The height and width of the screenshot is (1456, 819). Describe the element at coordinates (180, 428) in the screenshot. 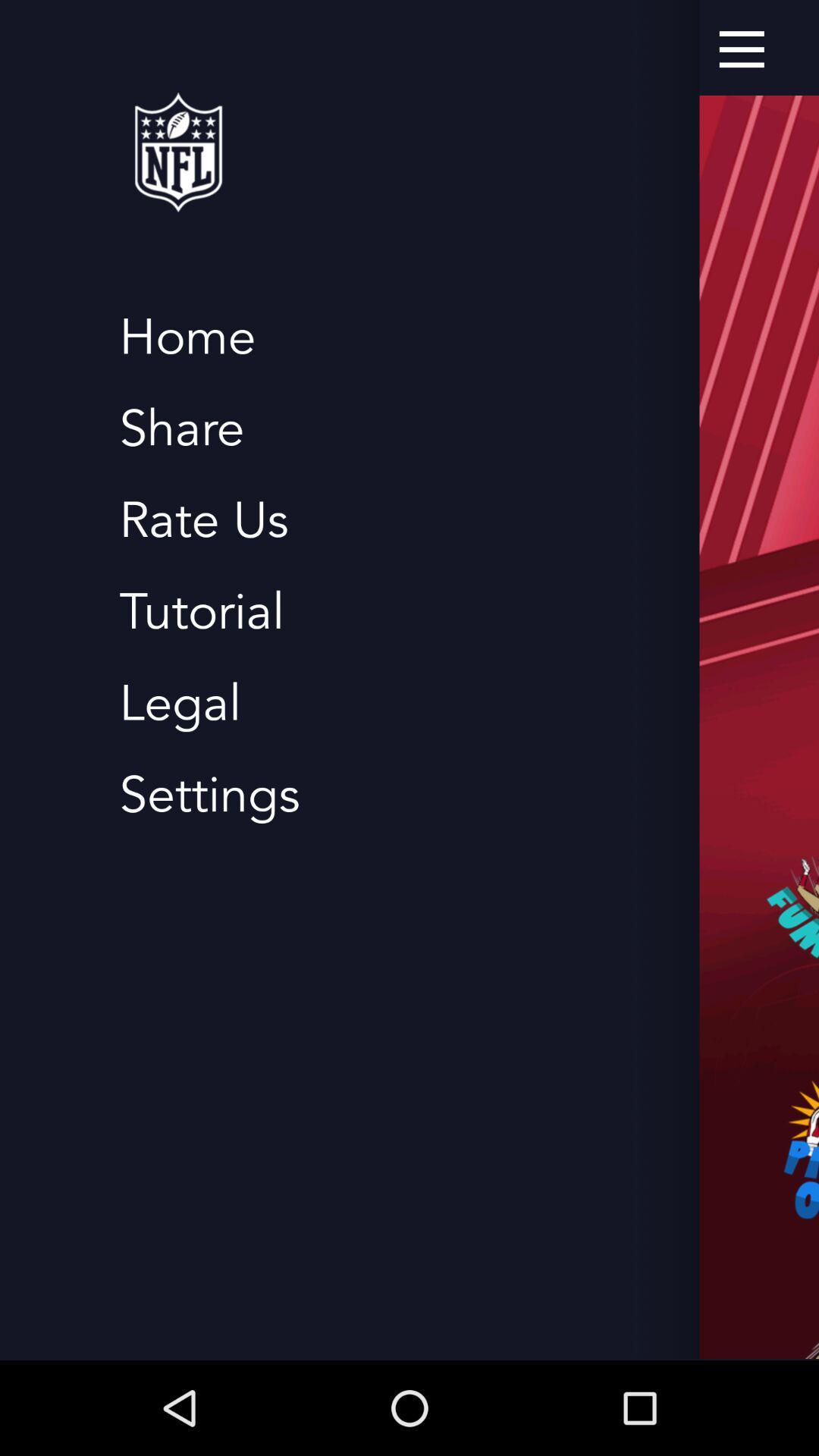

I see `icon above rate us item` at that location.